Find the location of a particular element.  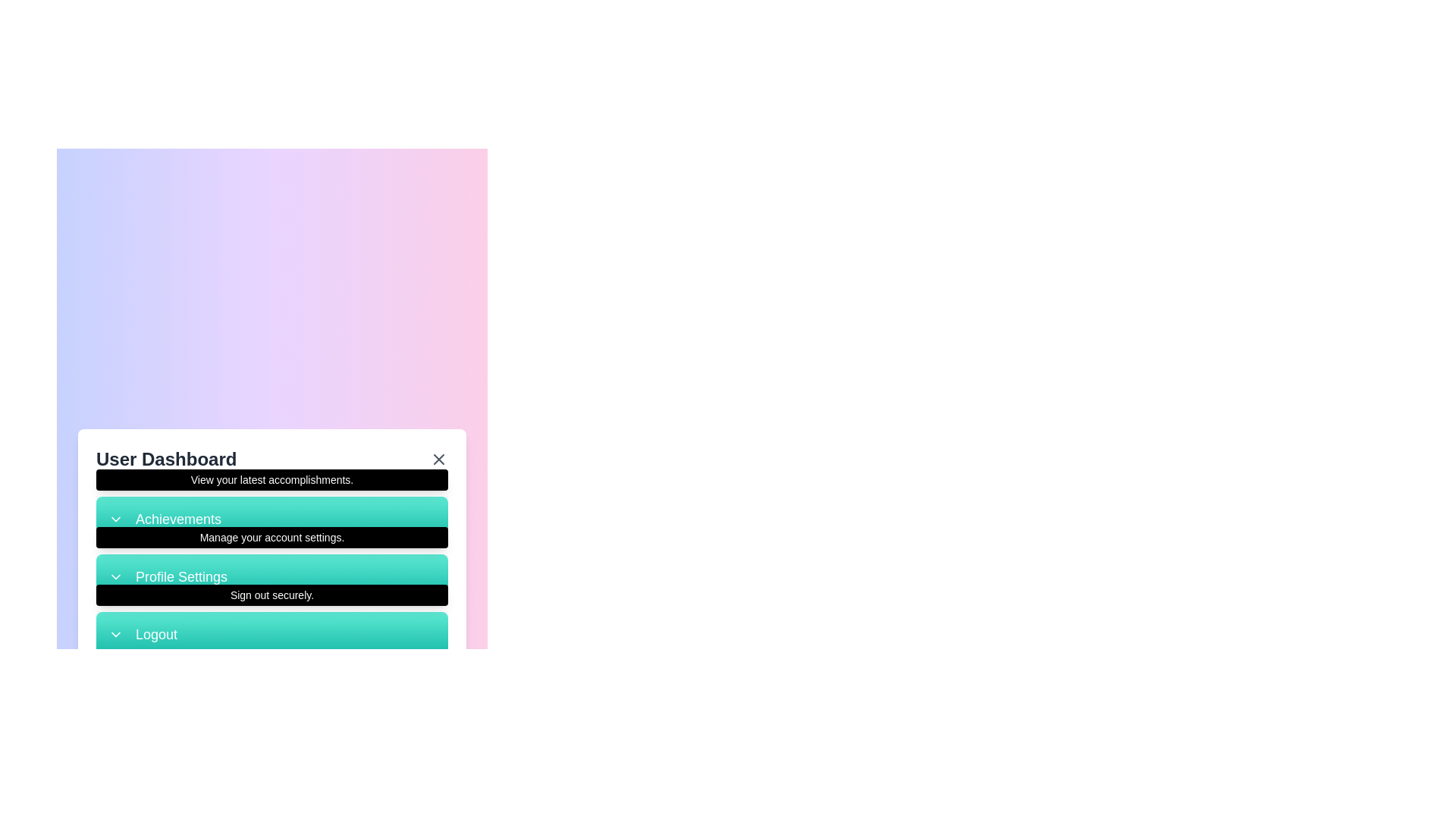

the tooltip with the text 'Sign out securely.' which appears above the 'Profile Settings' button is located at coordinates (272, 593).